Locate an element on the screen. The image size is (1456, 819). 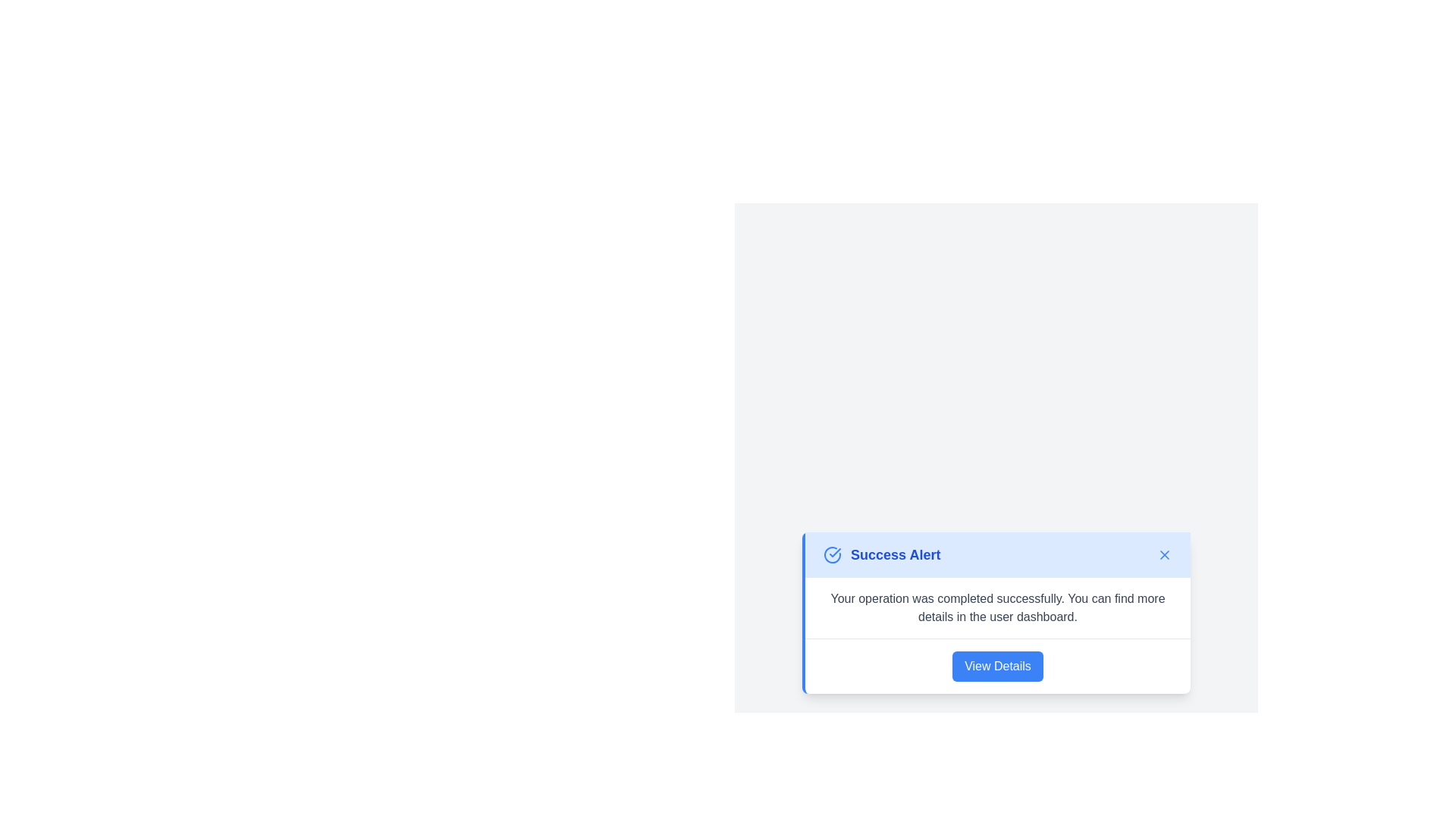
the Label with Icon that displays a status message indicating a successful action, located within a notification-style box, adjacent to a circular checkmark icon and before the close button is located at coordinates (882, 554).